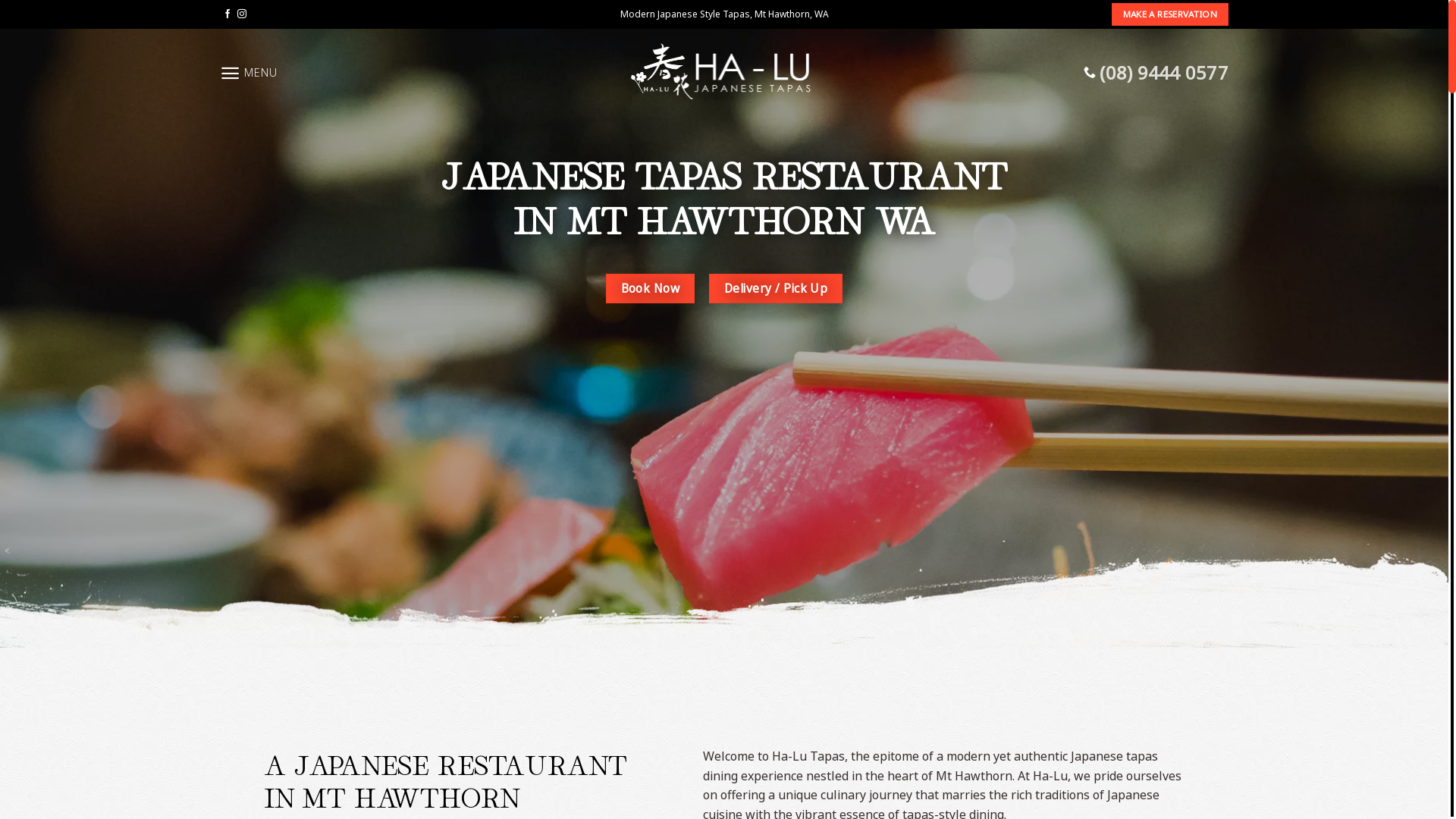 This screenshot has width=1456, height=819. I want to click on 'Book Now', so click(650, 288).